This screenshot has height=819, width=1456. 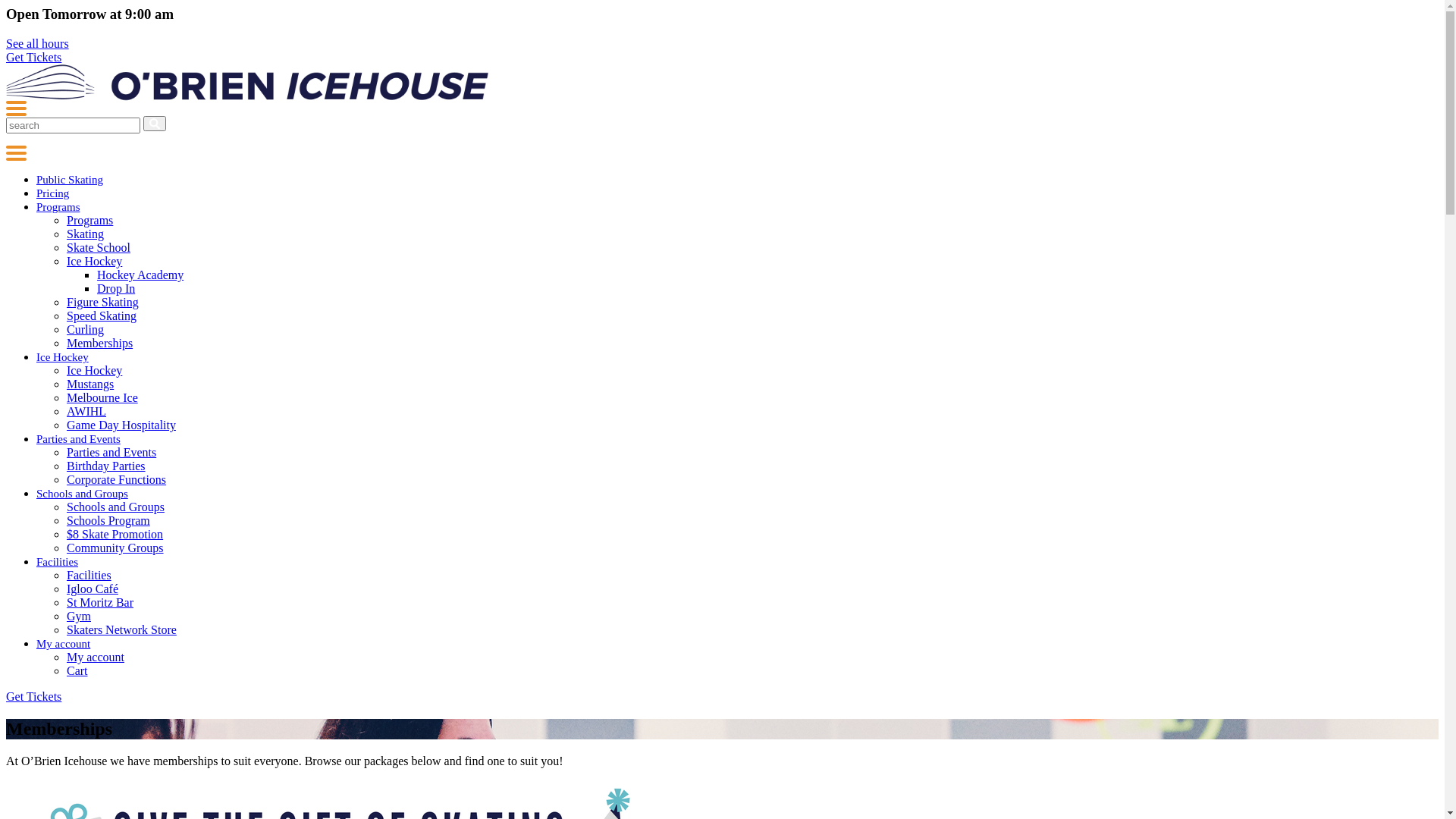 I want to click on 'Melbourne Ice', so click(x=65, y=397).